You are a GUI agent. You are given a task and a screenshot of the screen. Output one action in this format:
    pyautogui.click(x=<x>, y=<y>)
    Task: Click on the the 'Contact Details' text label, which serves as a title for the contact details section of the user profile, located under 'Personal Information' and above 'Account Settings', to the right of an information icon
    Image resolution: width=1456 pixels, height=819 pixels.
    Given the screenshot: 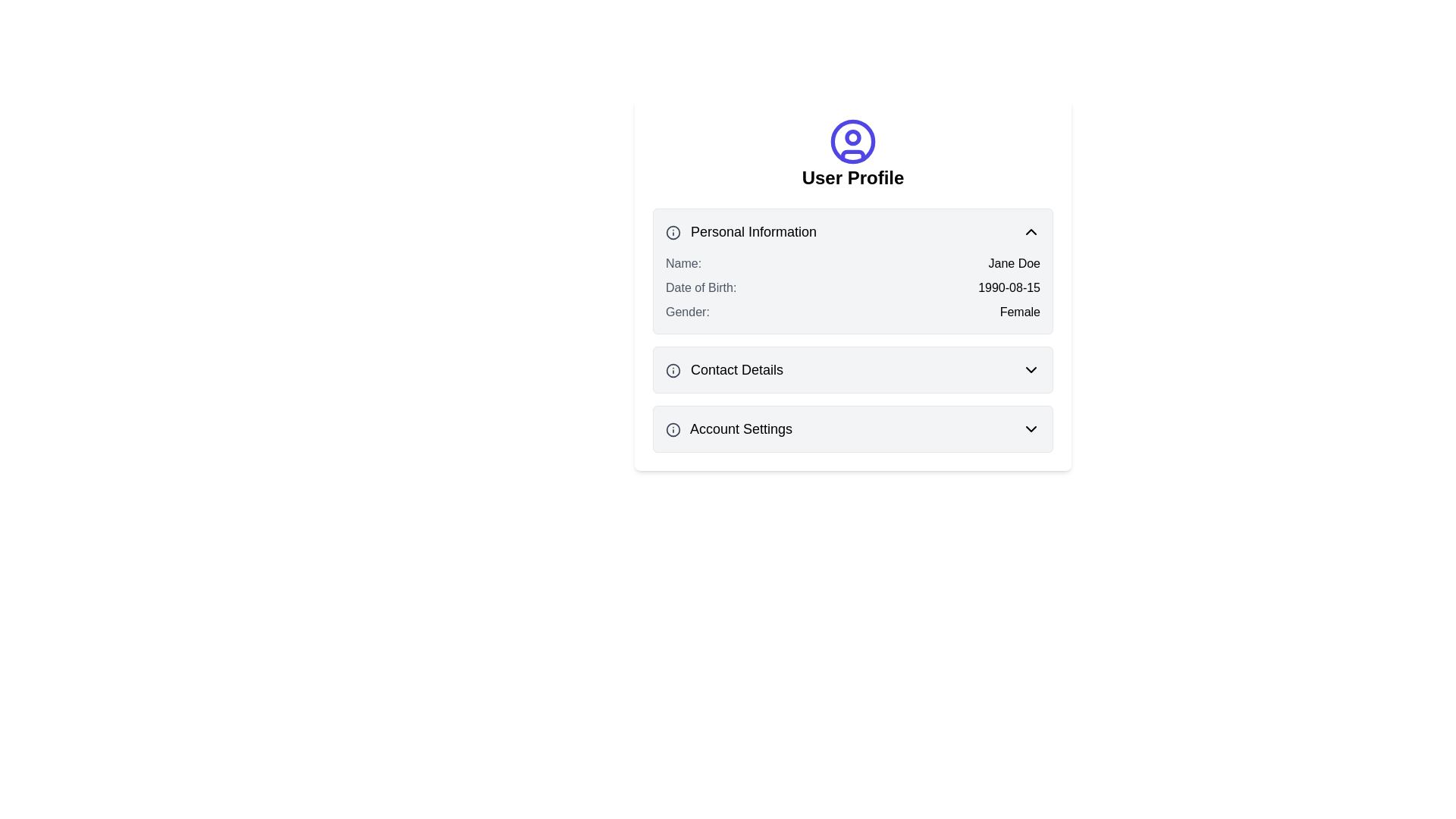 What is the action you would take?
    pyautogui.click(x=723, y=370)
    